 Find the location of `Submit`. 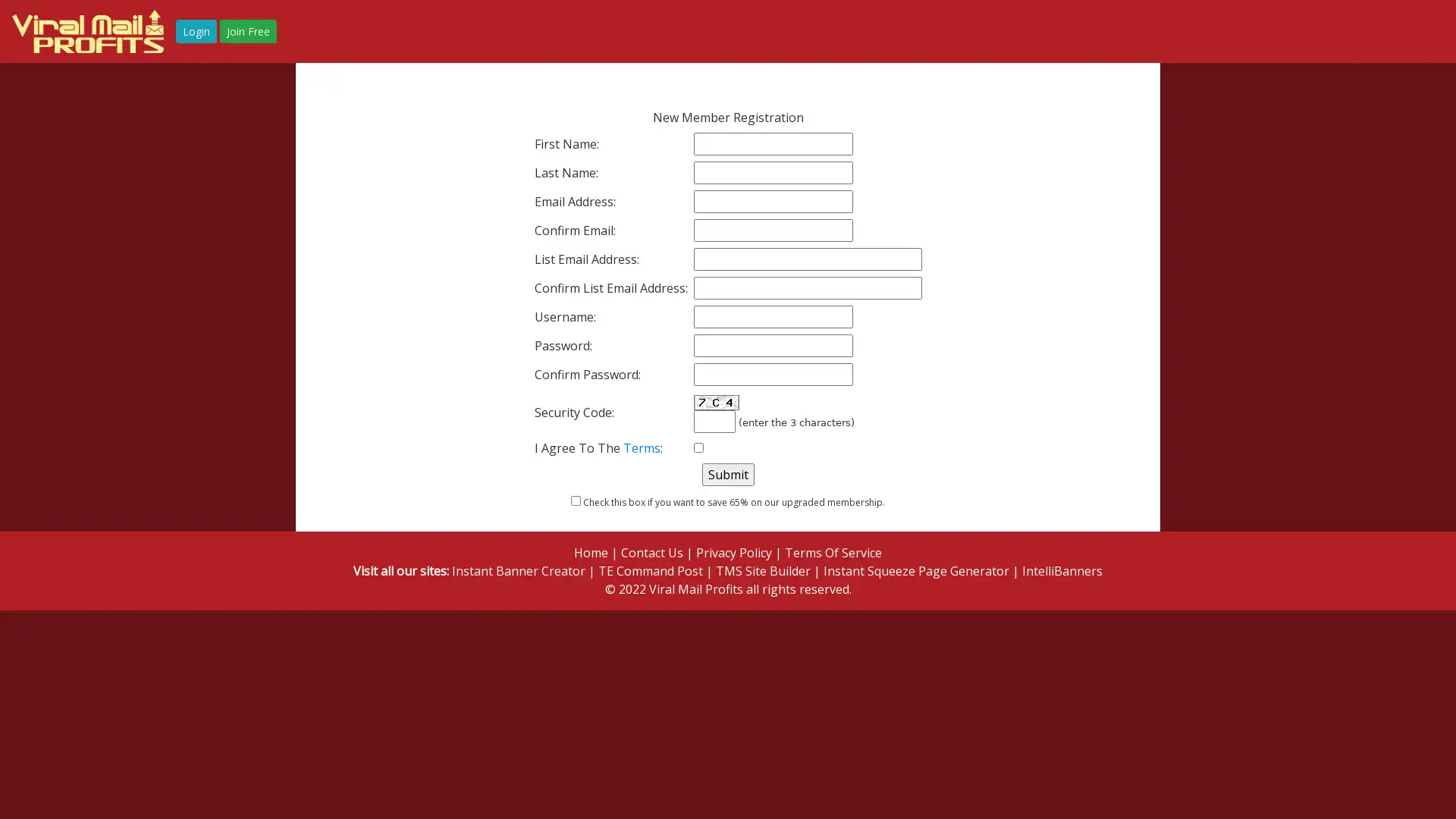

Submit is located at coordinates (726, 472).